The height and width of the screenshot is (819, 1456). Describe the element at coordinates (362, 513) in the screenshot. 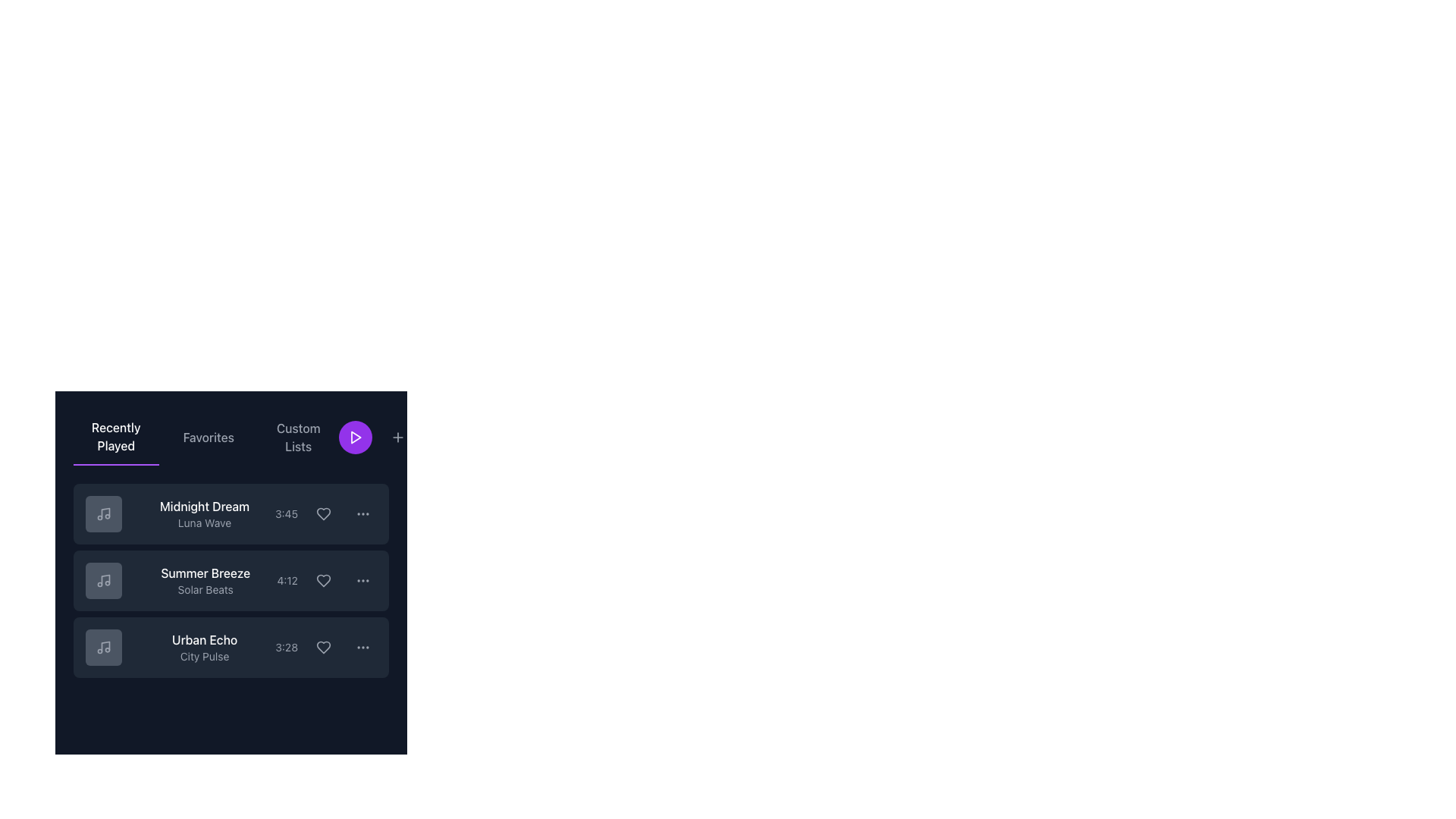

I see `the horizontal ellipsis icon located in the 'Recently Played' section beside the 'Midnight Dream' track entry` at that location.